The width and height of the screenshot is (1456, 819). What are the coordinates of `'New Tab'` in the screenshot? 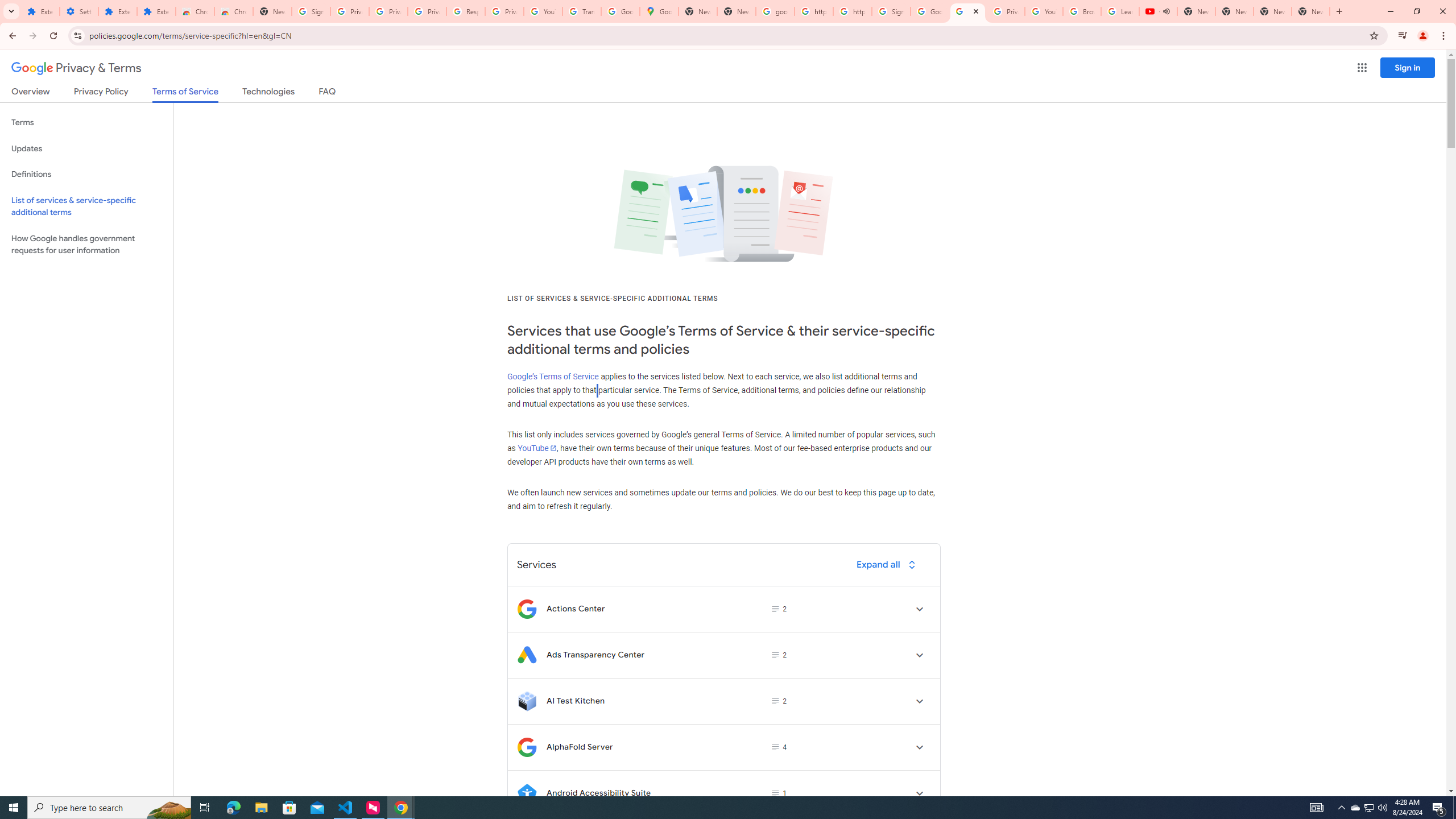 It's located at (1310, 11).